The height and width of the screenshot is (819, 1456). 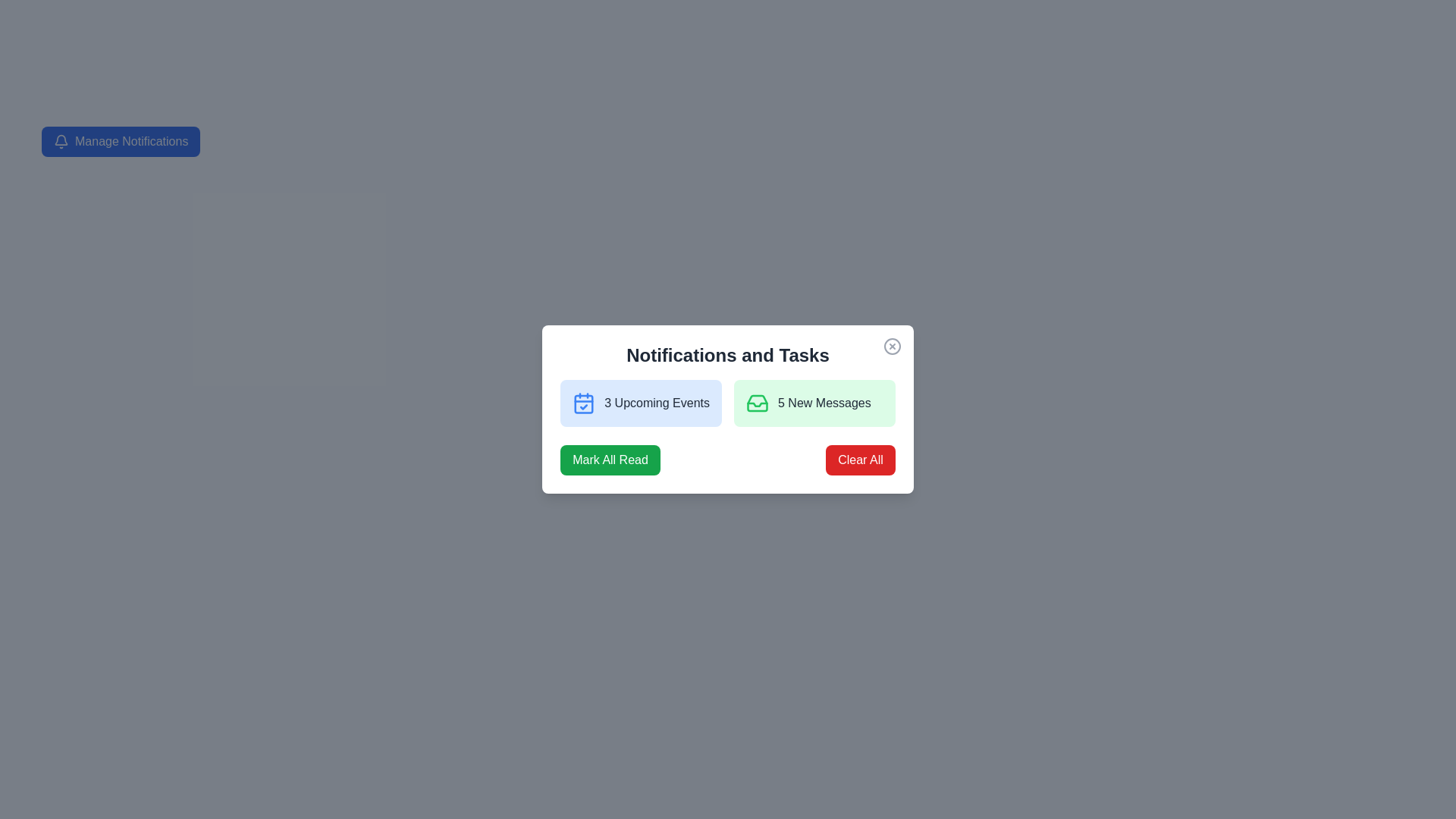 I want to click on the circular close button icon located in the top right corner of the notification card, so click(x=892, y=346).